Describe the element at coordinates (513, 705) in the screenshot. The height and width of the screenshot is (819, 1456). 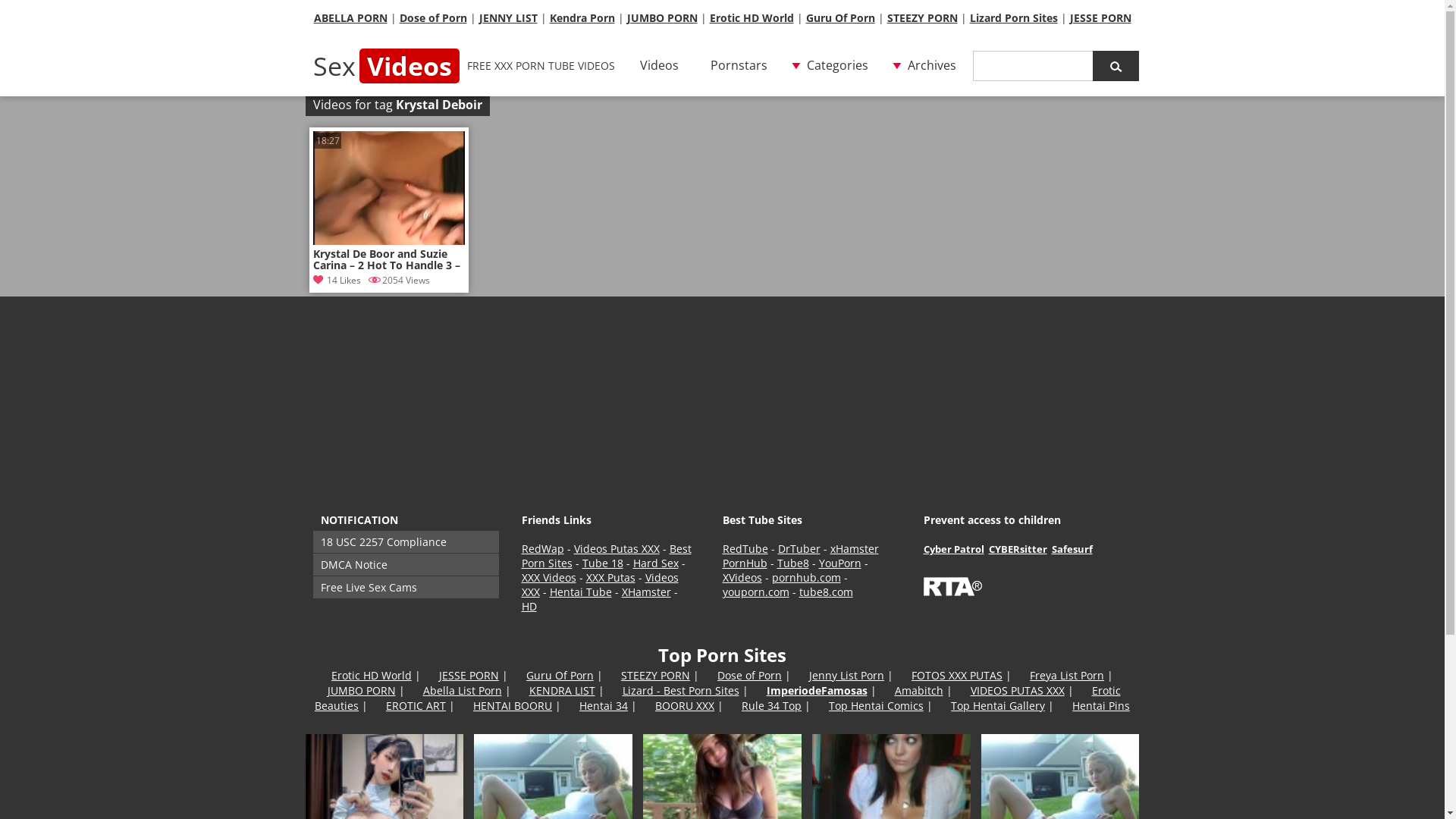
I see `'HENTAI BOORU'` at that location.